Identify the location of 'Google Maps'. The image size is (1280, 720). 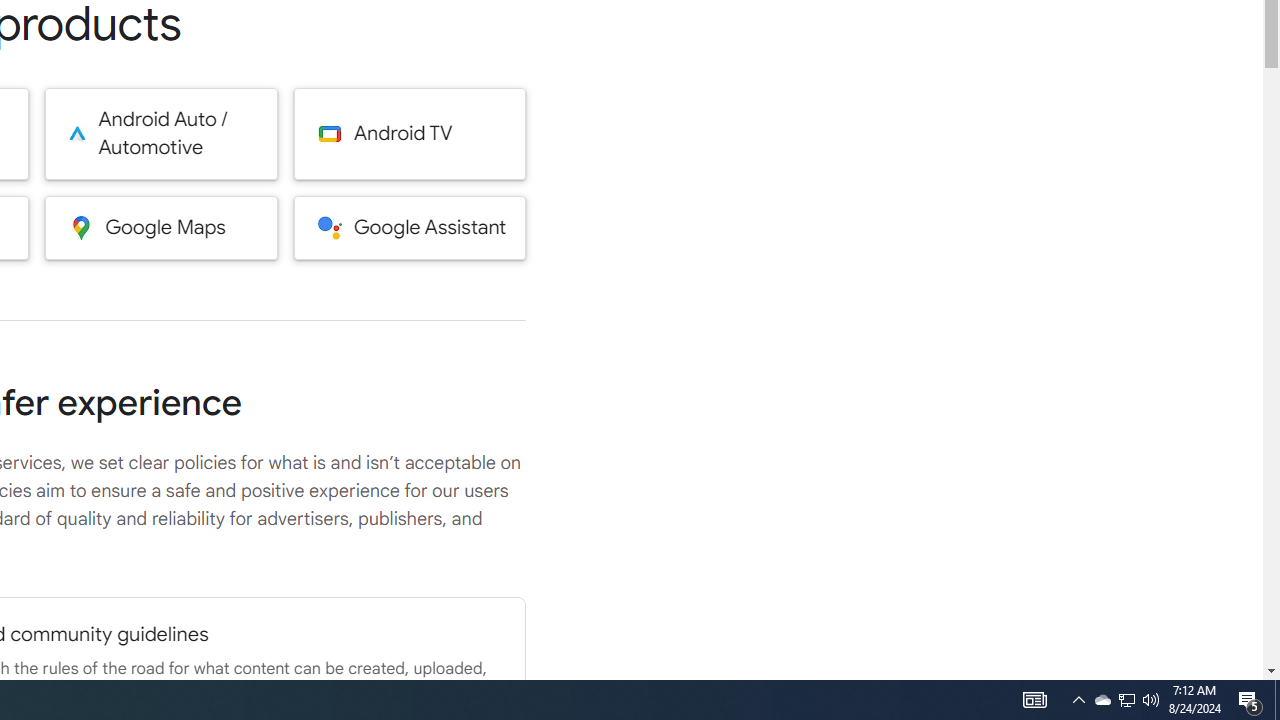
(161, 226).